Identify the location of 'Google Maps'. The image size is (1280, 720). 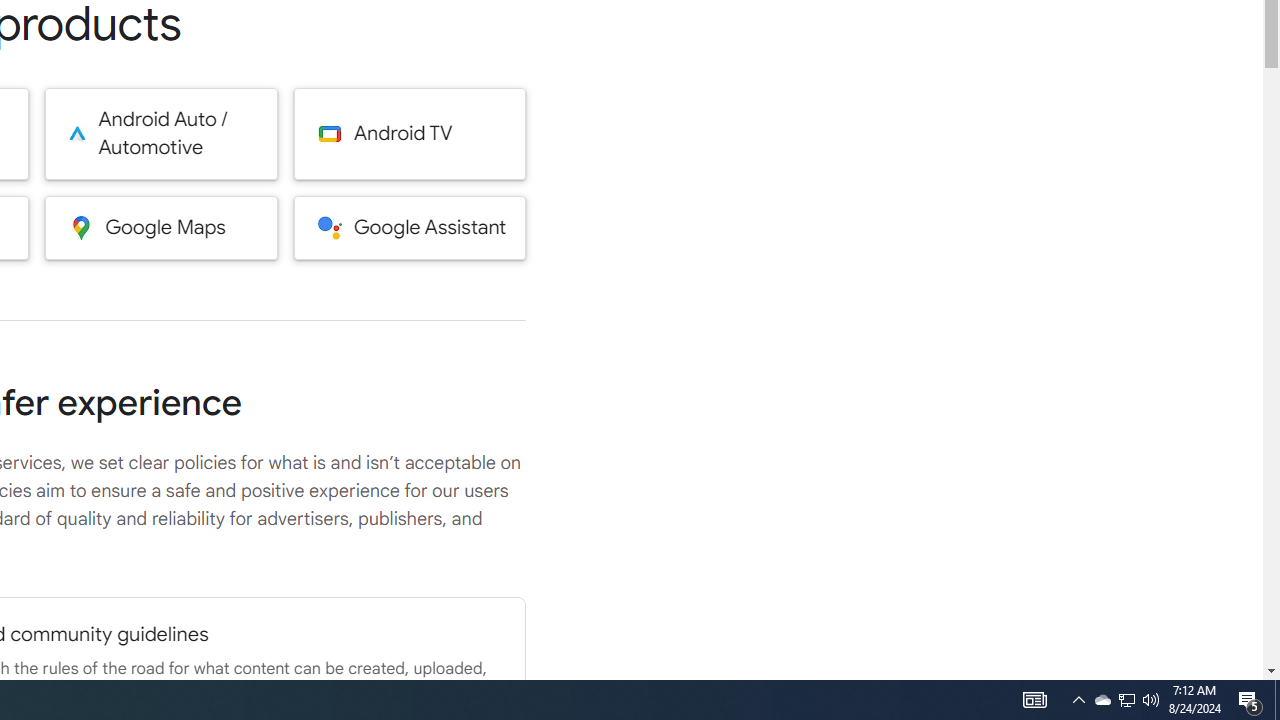
(161, 226).